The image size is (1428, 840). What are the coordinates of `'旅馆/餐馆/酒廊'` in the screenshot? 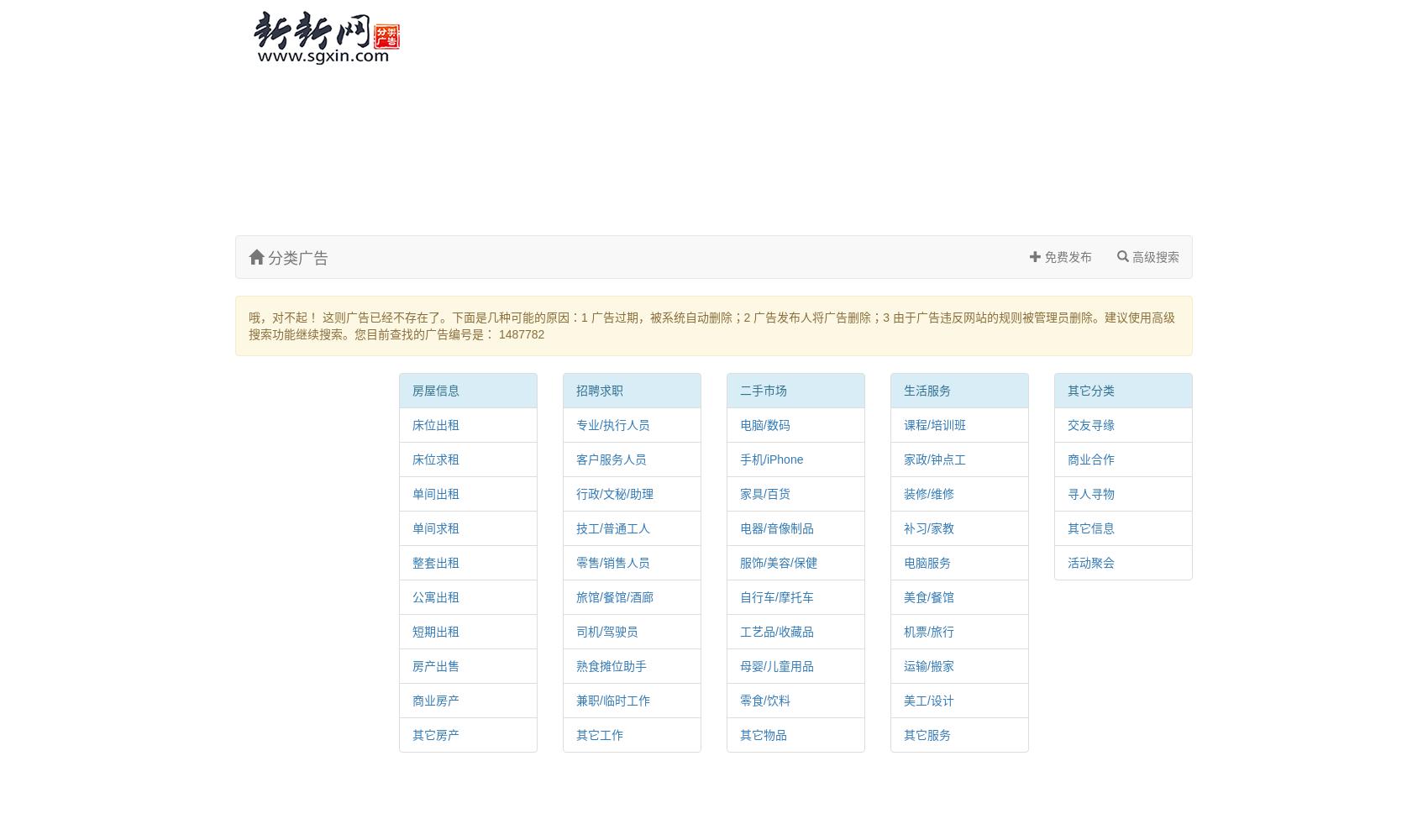 It's located at (614, 596).